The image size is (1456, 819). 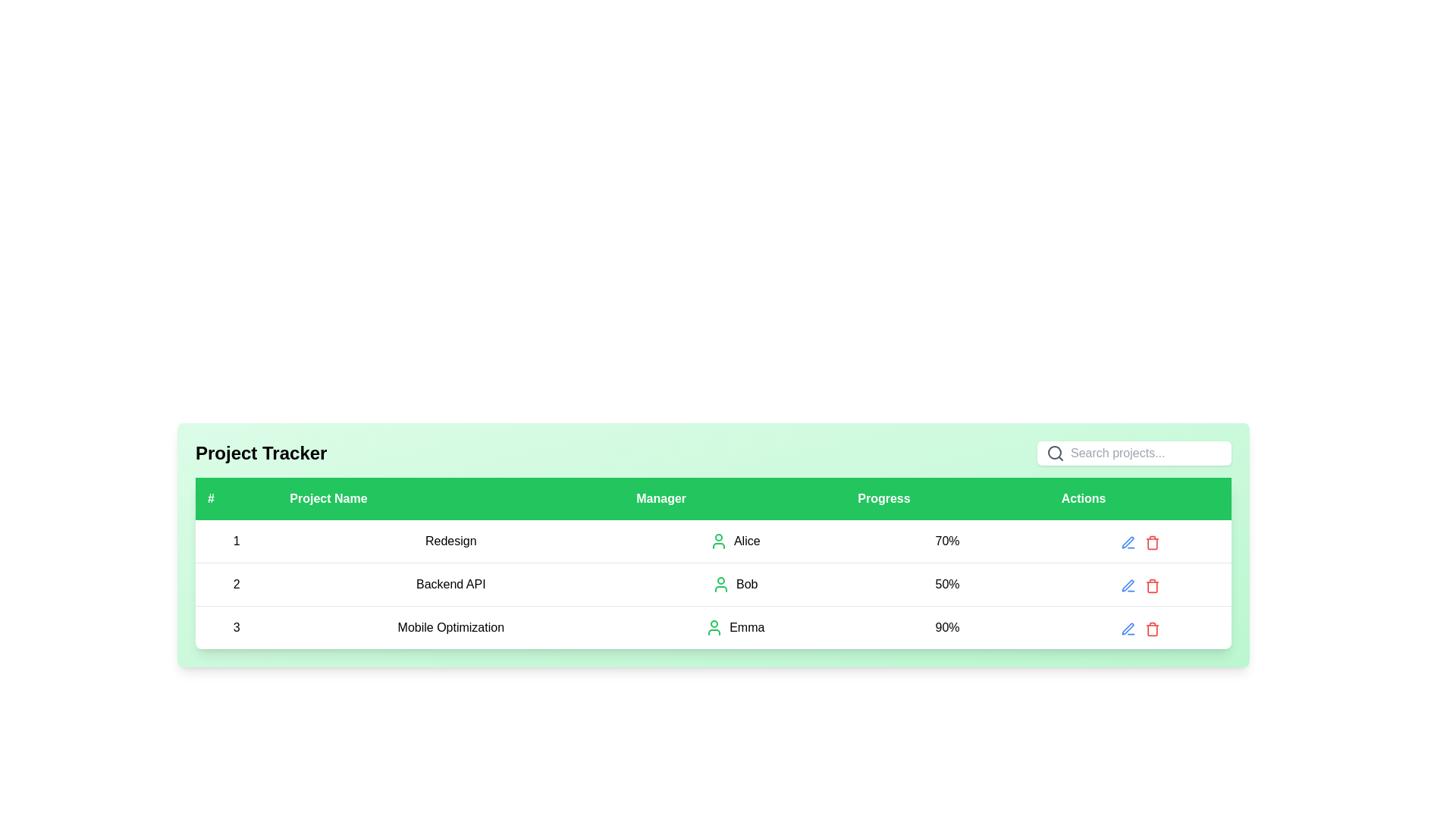 I want to click on the Text Label displaying the progress percentage for the project 'Redesign' managed by 'Alice', which is located in the fourth column titled 'Progress' of the first data row, so click(x=946, y=541).